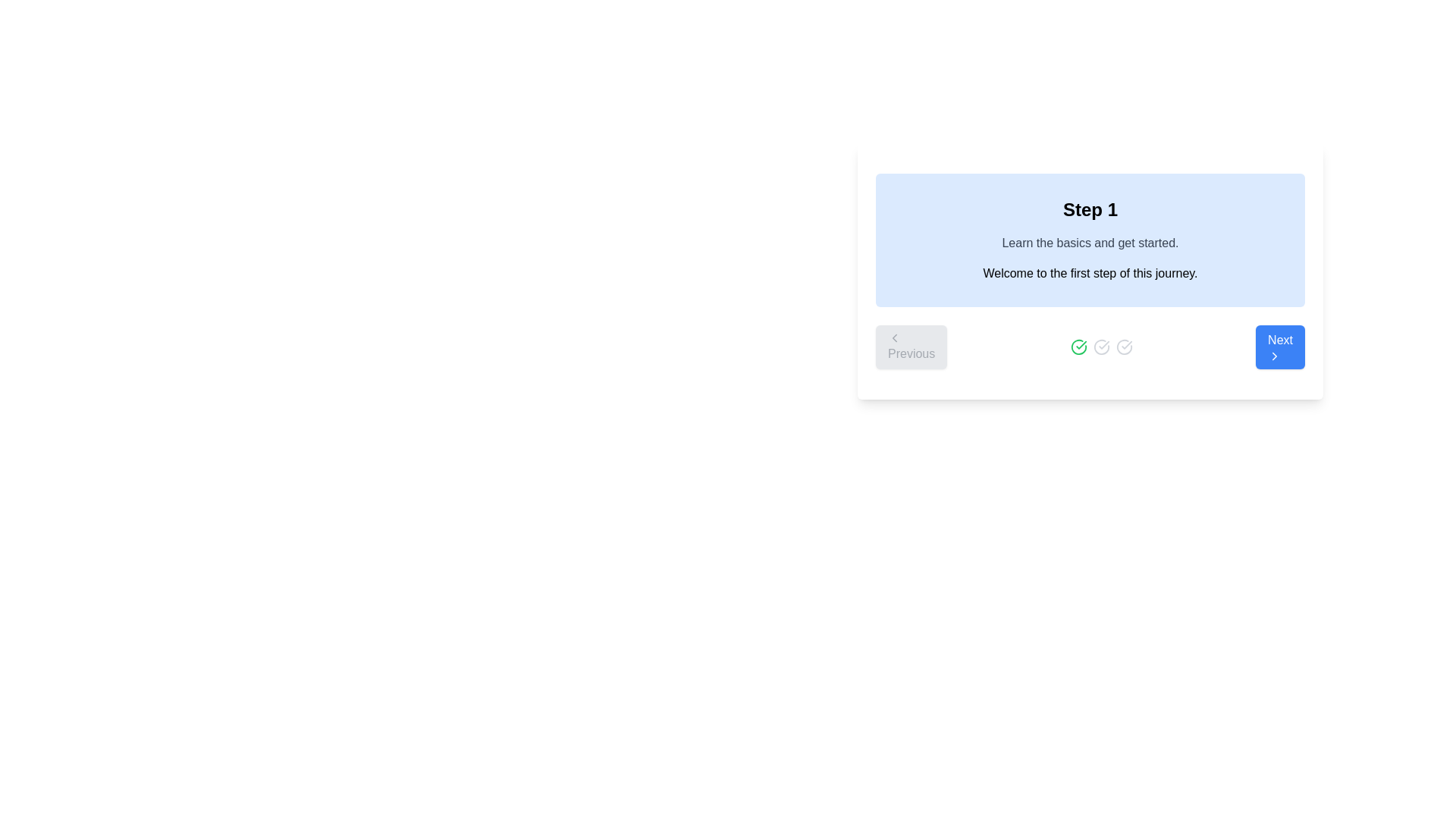 The width and height of the screenshot is (1456, 819). I want to click on the SVG checkmark icon inside a circular border, which indicates successful completion, located in the center-bottom area of the visible card, so click(1078, 347).